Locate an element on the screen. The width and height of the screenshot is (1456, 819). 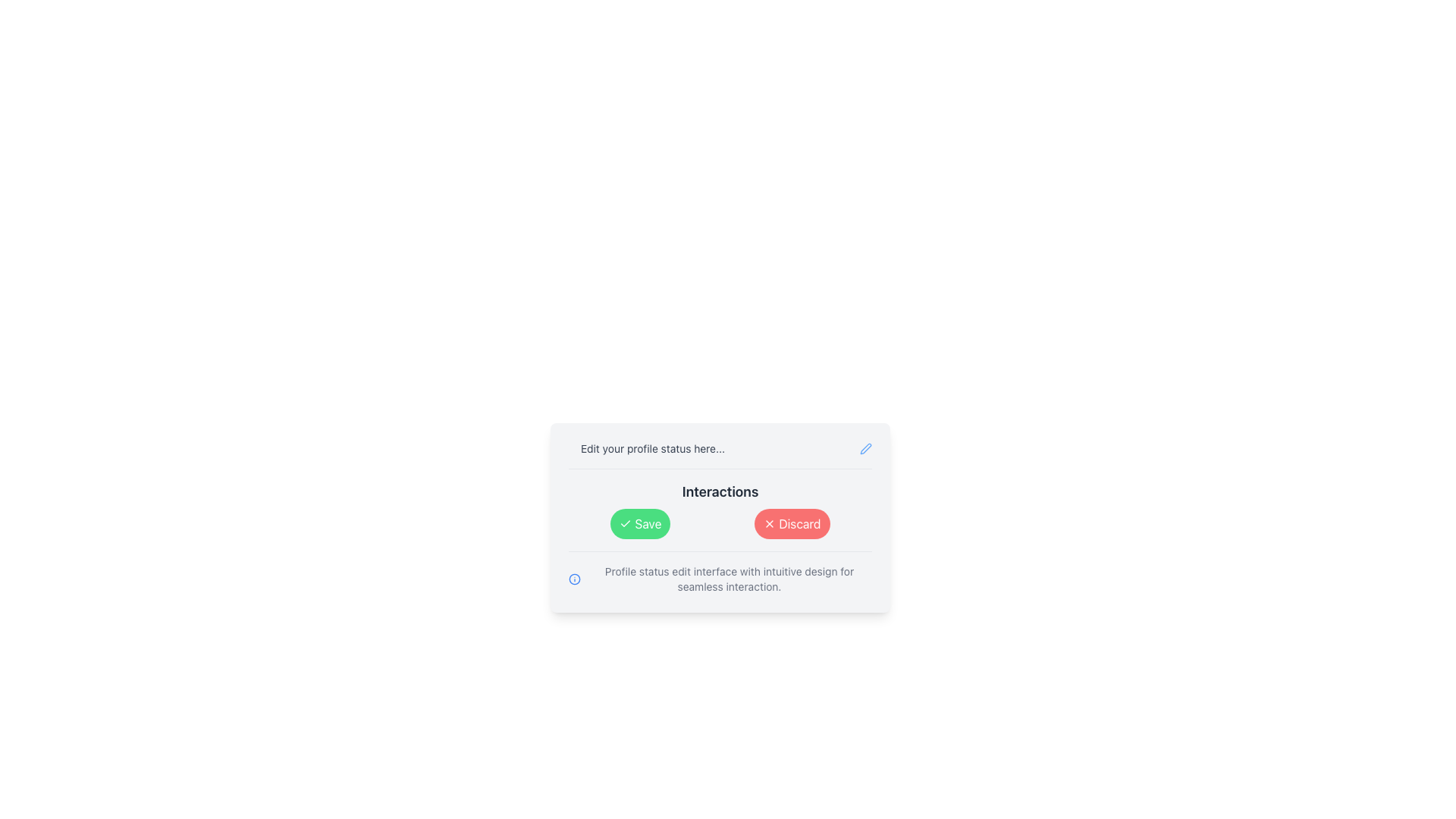
text prompt labeled 'Edit your profile status here...' which is positioned at the top of a card interface above the 'Interactions' section is located at coordinates (720, 447).